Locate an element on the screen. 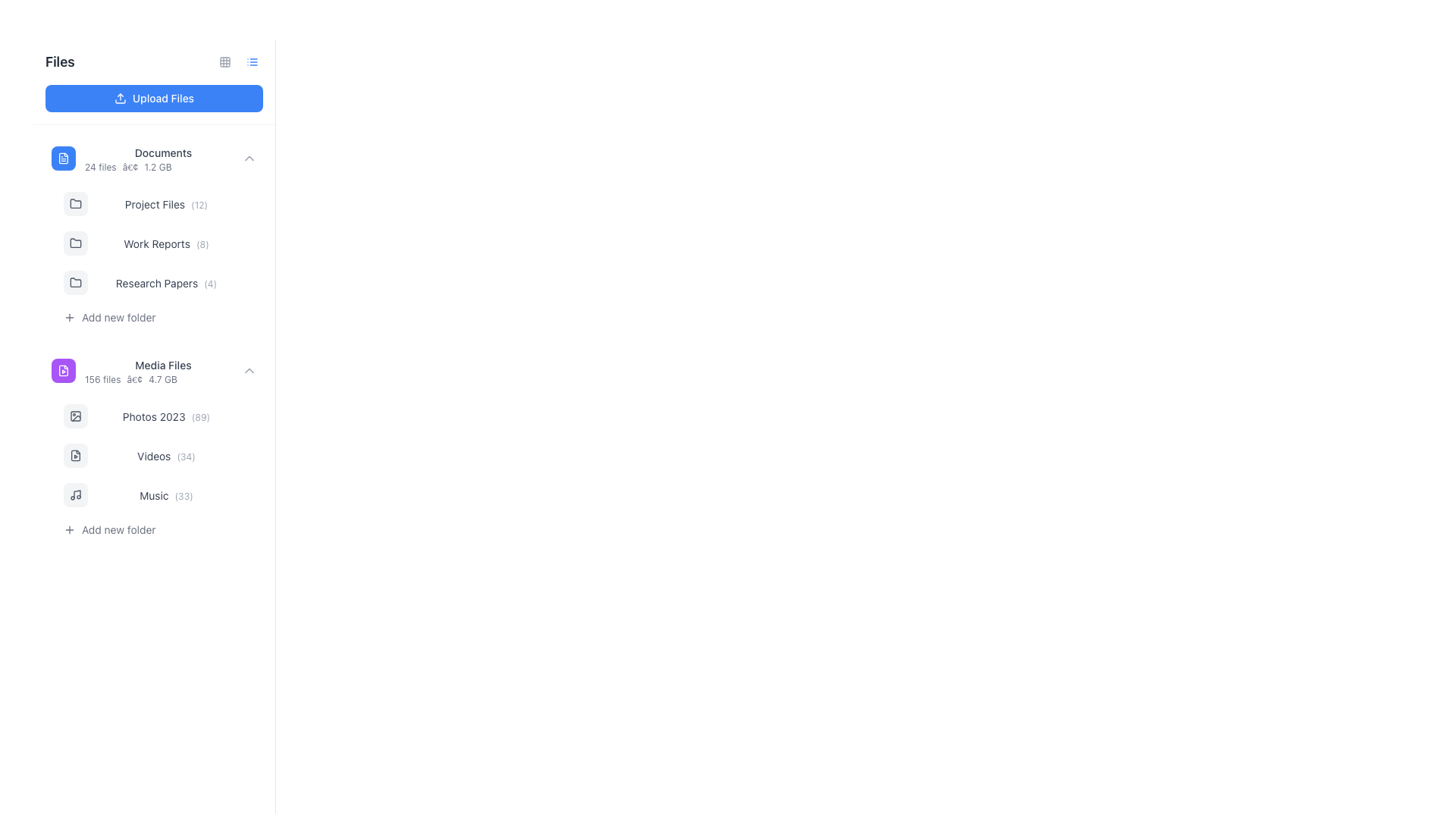 This screenshot has height=819, width=1456. the small grid icon in the upper right corner of the interface is located at coordinates (224, 61).